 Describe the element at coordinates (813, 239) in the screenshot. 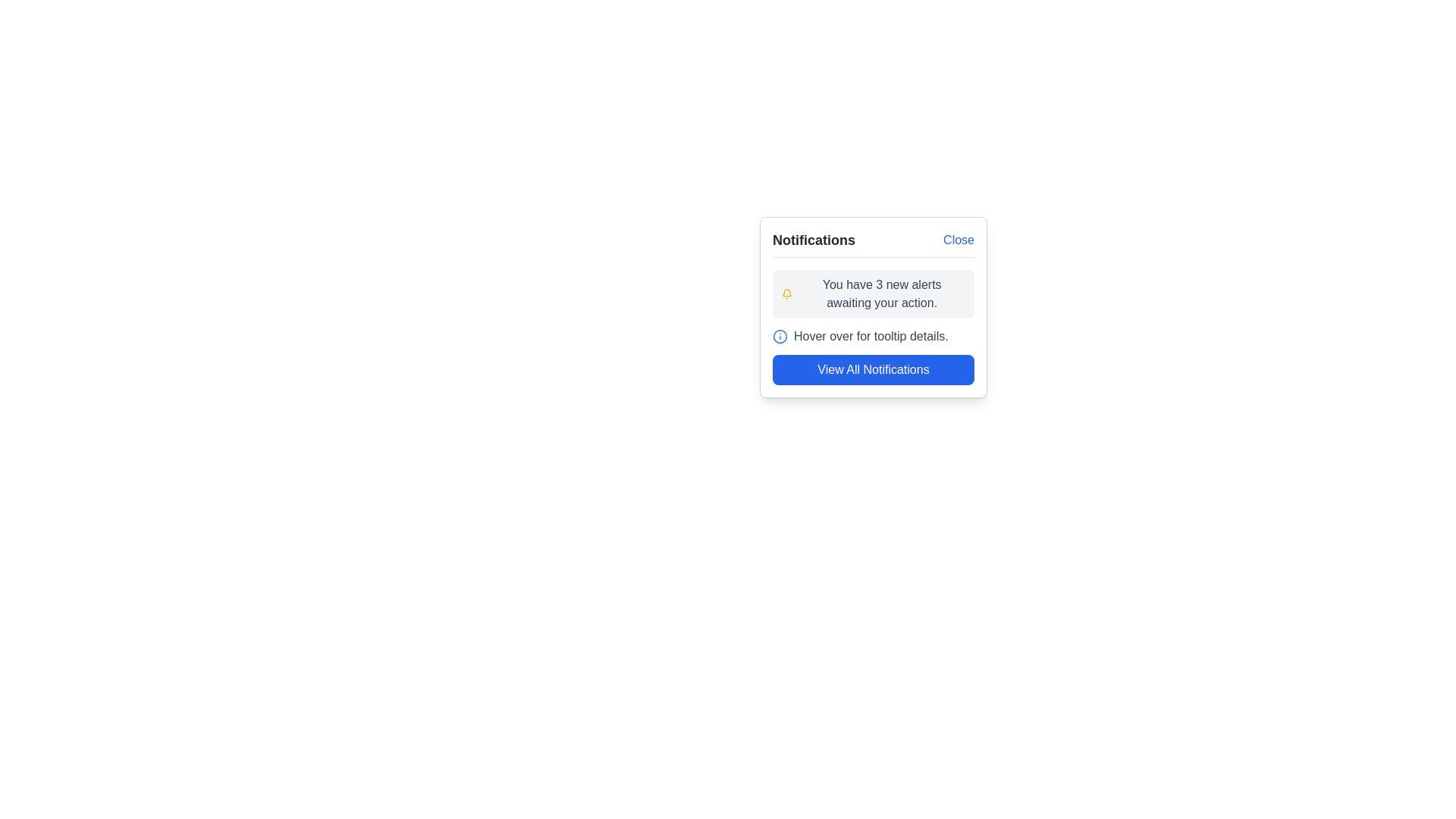

I see `the 'Notifications' static text label, which is styled with a bold, large font and dark gray color, located at the top-left corner of the notification interface` at that location.